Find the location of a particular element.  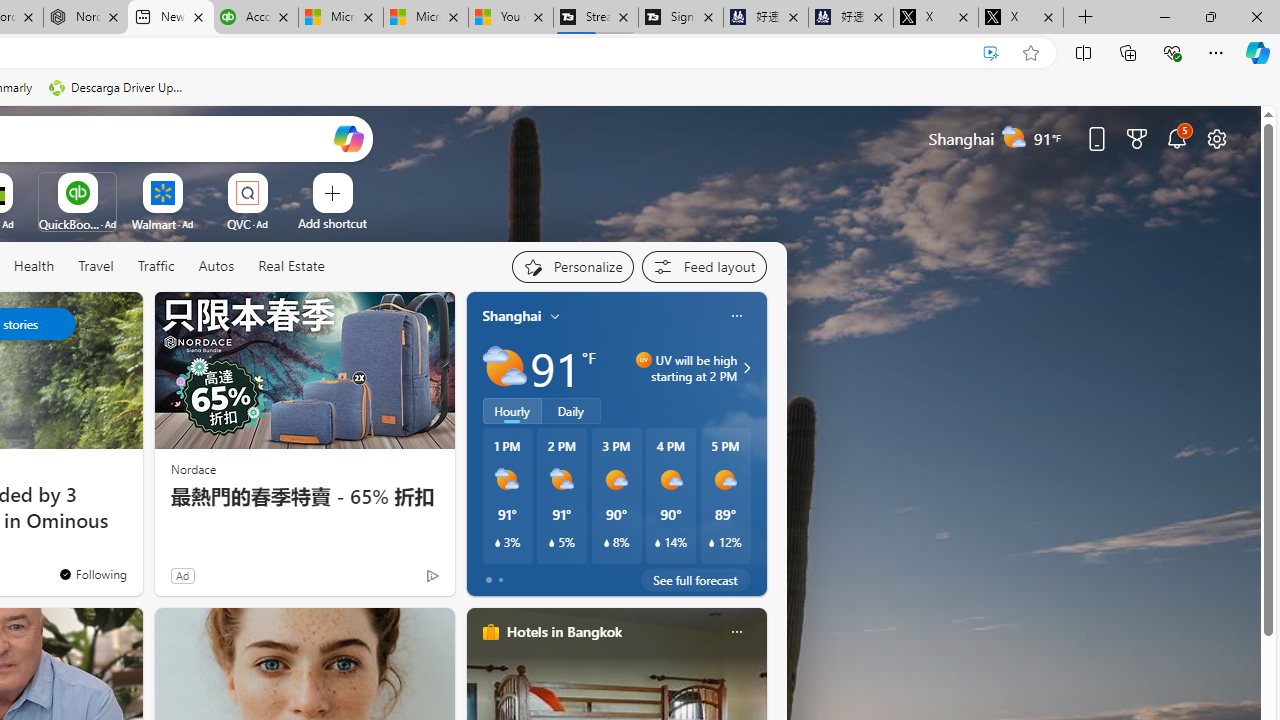

'Accounting Software for Accountants, CPAs and Bookkeepers' is located at coordinates (255, 17).